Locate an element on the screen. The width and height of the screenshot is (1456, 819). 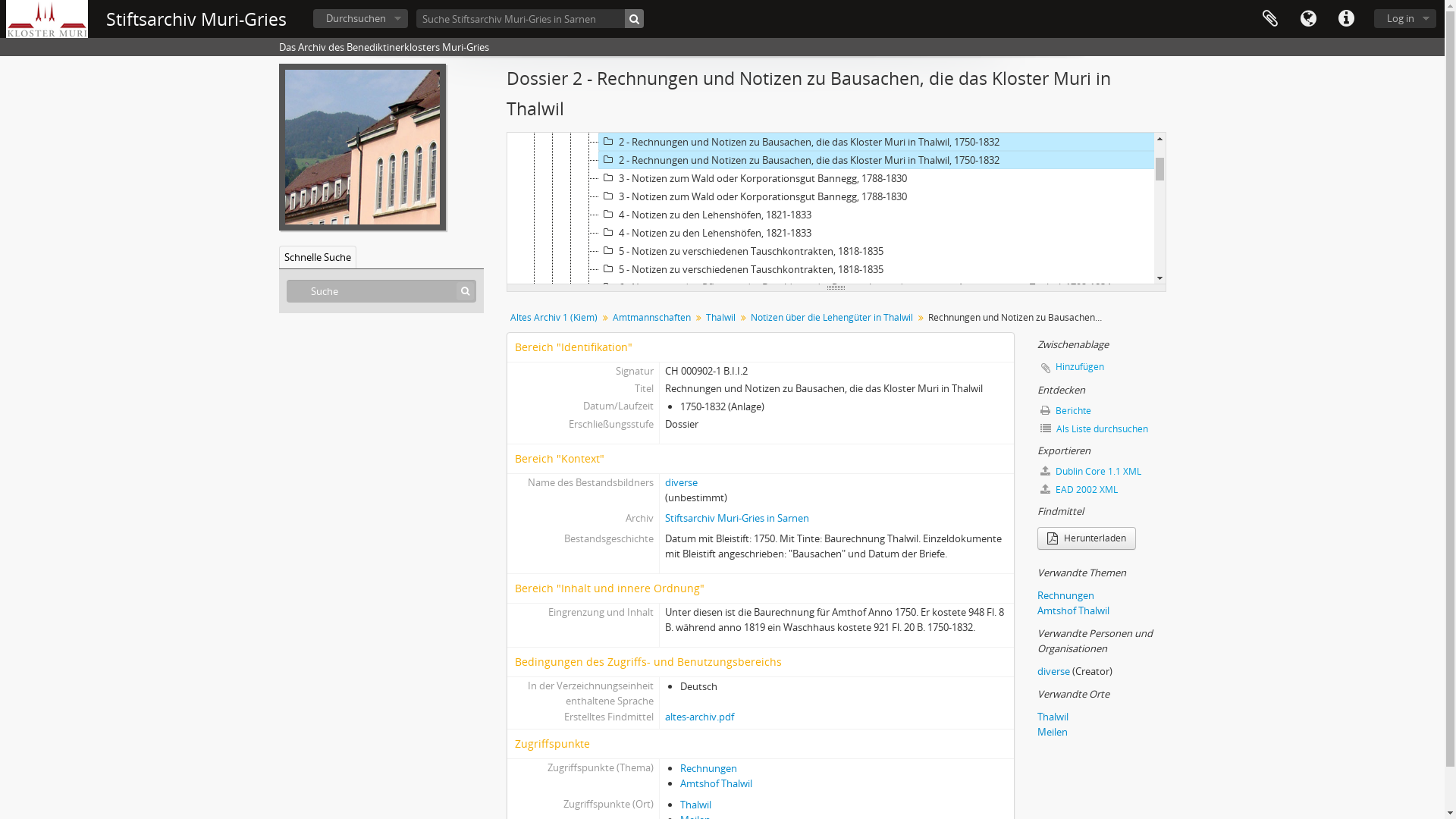
'Schnelle Suche' is located at coordinates (316, 256).